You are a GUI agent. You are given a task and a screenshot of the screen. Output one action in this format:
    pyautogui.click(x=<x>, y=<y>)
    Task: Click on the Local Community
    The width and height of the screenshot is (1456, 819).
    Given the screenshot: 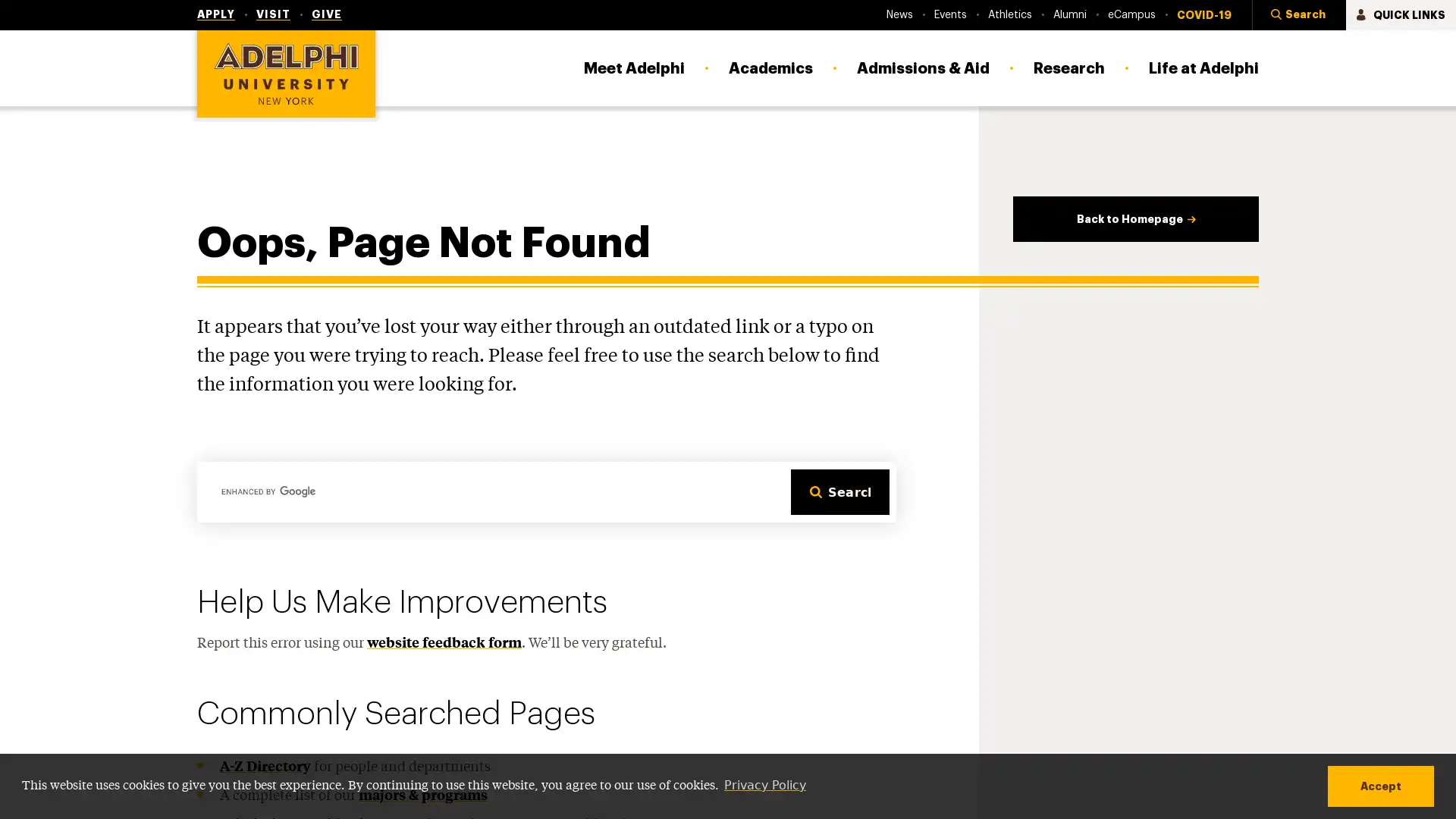 What is the action you would take?
    pyautogui.click(x=1015, y=256)
    